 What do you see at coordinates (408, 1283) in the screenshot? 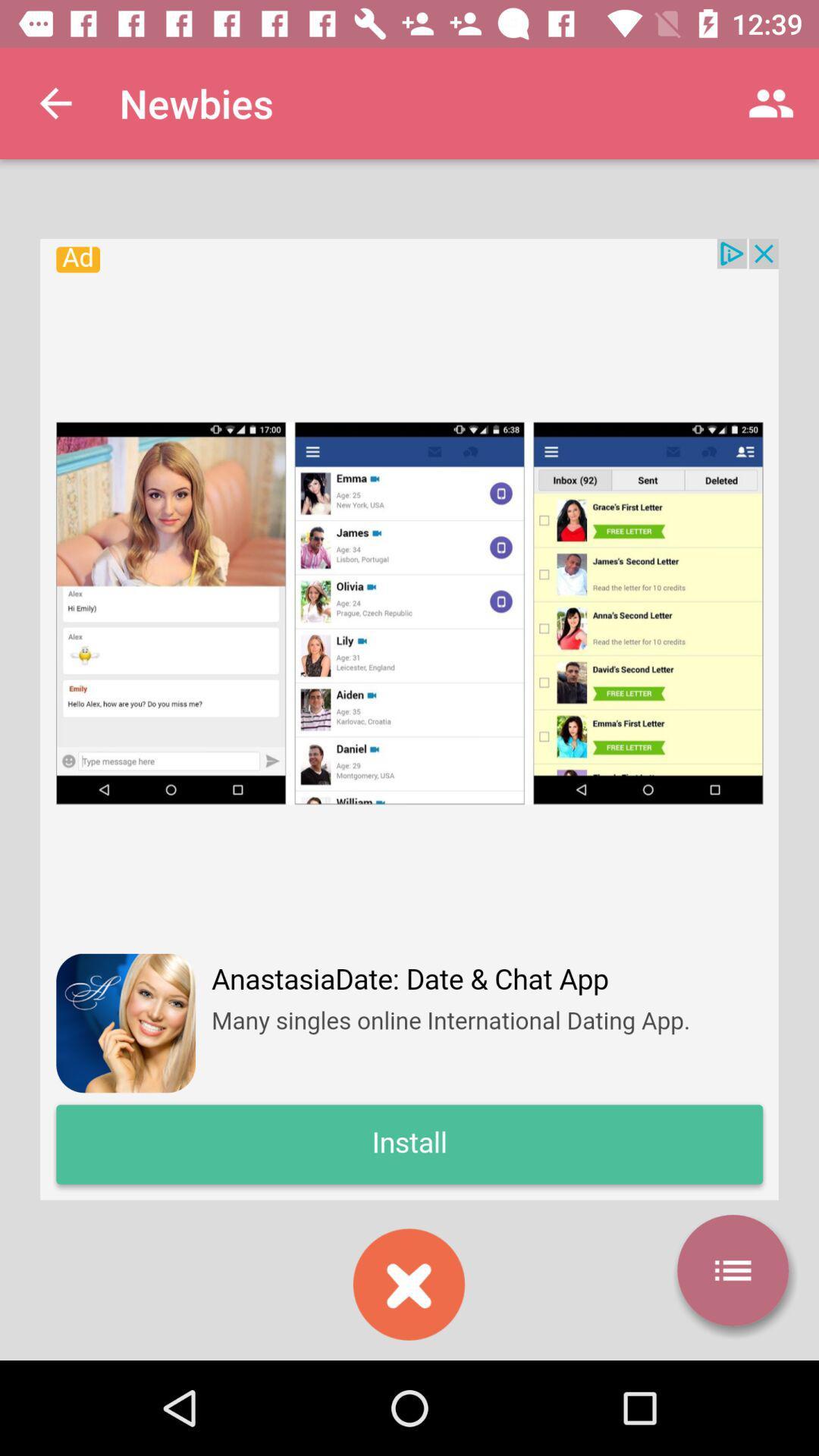
I see `exit installation` at bounding box center [408, 1283].